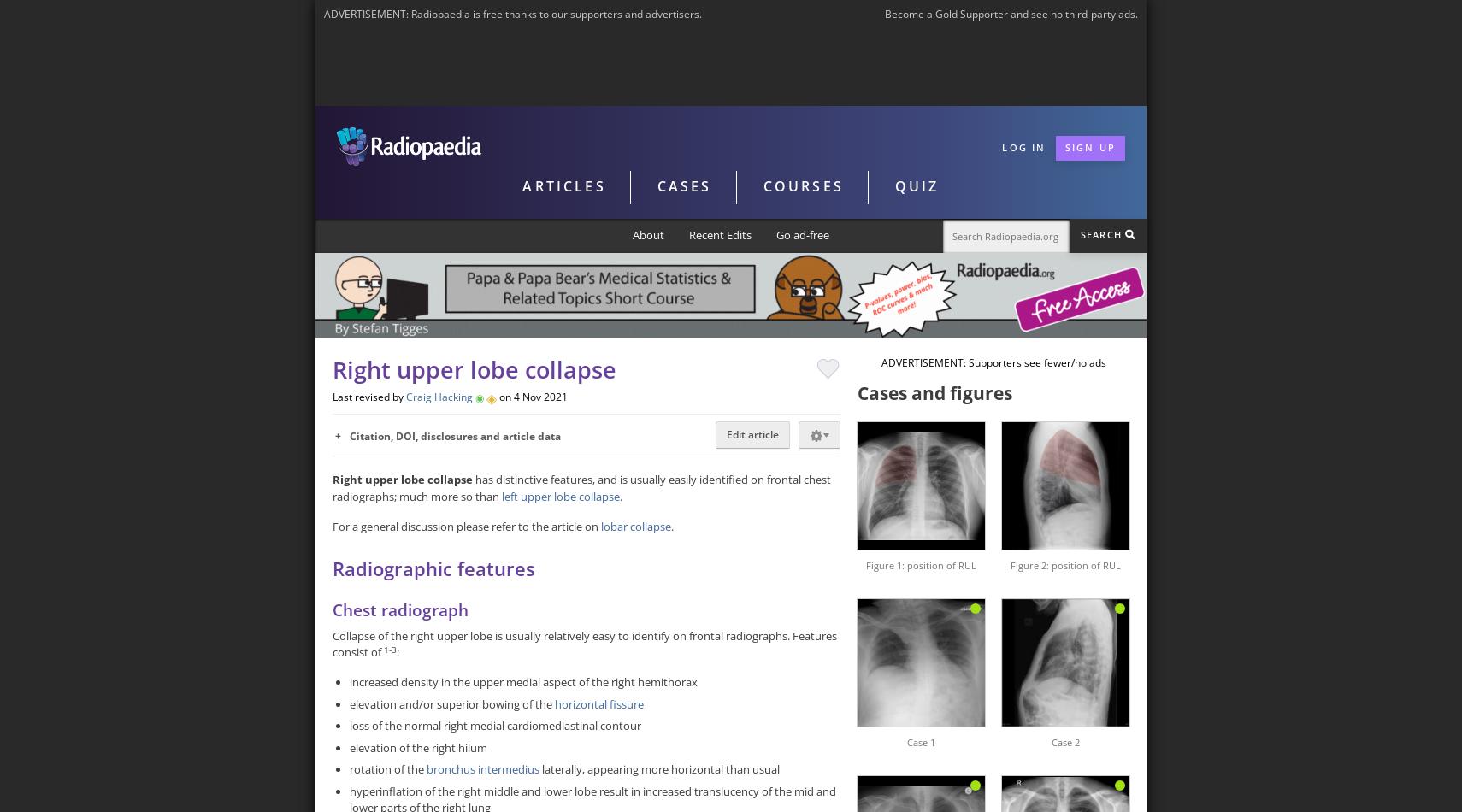 The height and width of the screenshot is (812, 1462). I want to click on 'left upper lobe collapse', so click(559, 495).